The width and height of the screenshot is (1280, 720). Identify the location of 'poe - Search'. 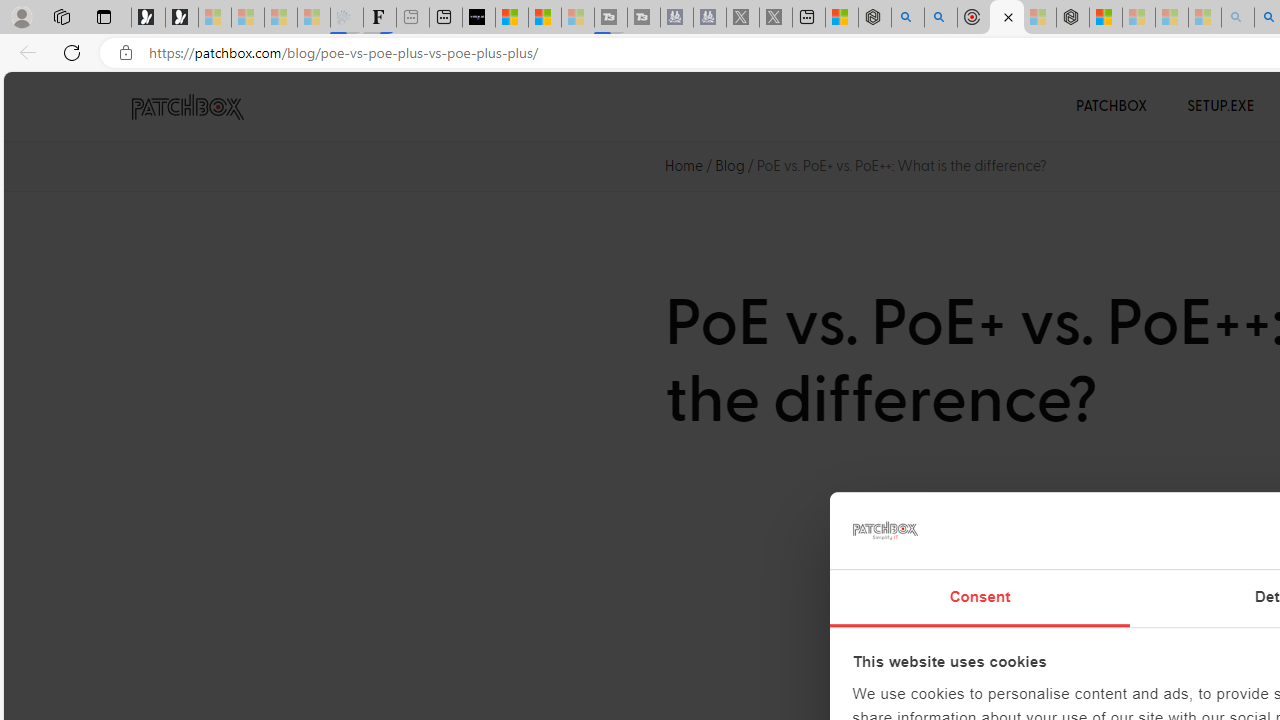
(907, 17).